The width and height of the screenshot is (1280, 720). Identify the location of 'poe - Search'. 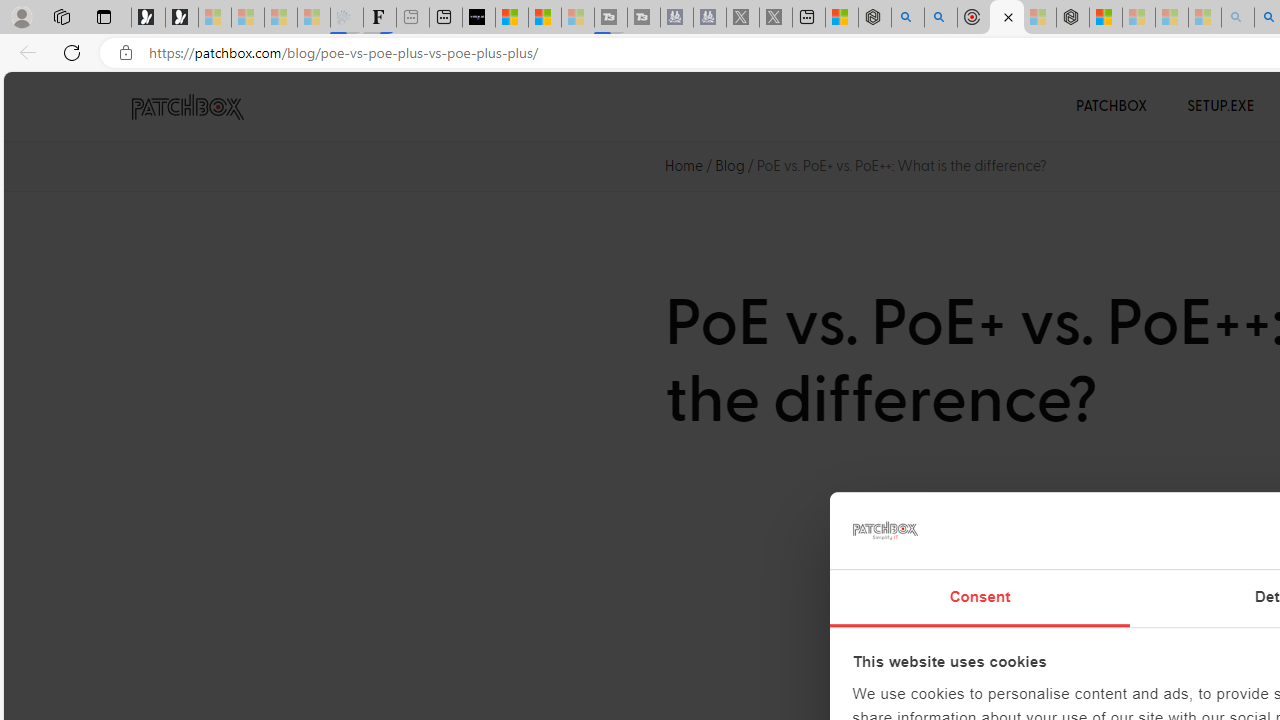
(907, 17).